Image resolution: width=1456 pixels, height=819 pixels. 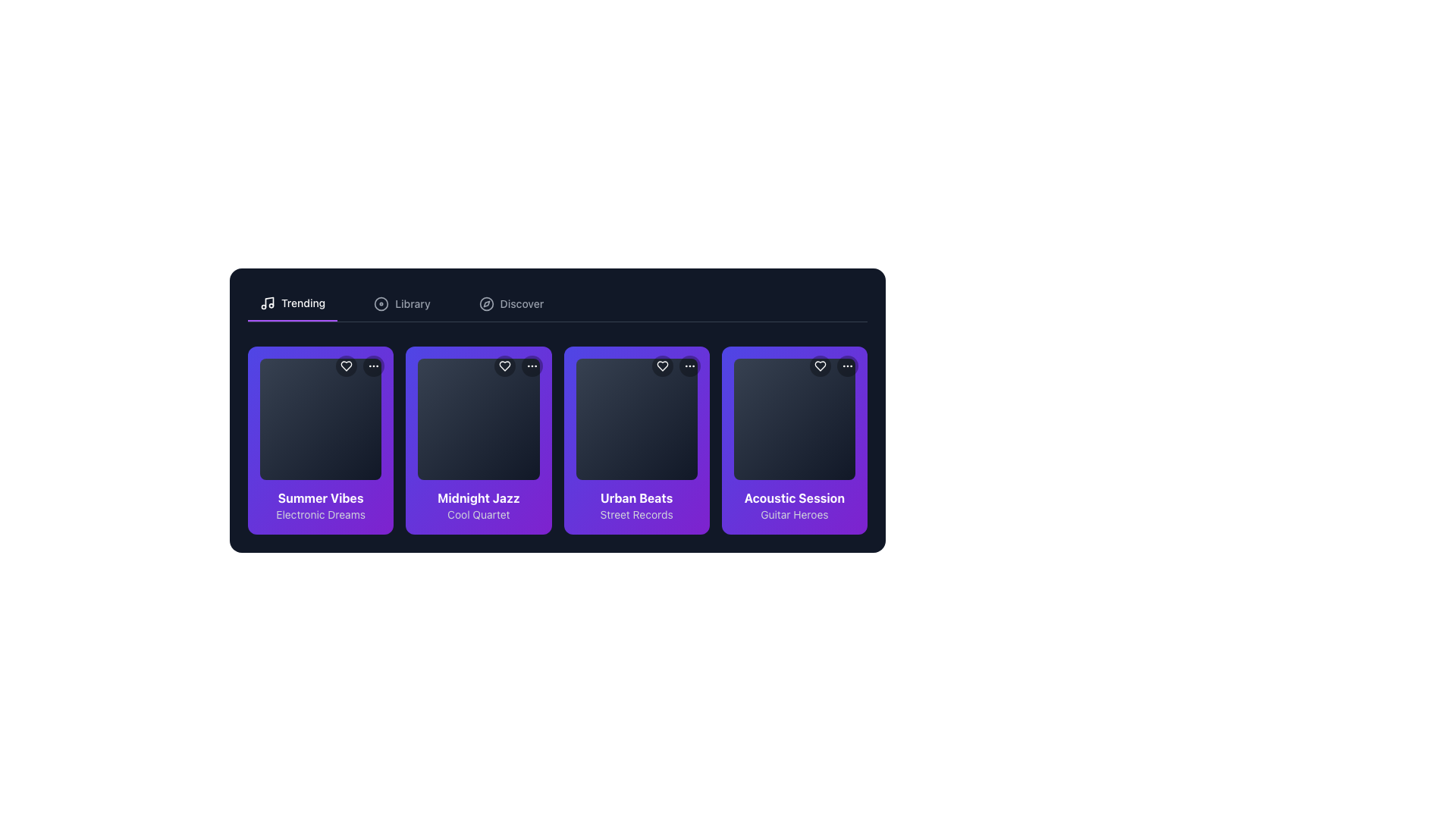 I want to click on text label that serves as the title for the music album or playlist, located at the top of the text area within the second card of the 'Trending' section, so click(x=478, y=498).